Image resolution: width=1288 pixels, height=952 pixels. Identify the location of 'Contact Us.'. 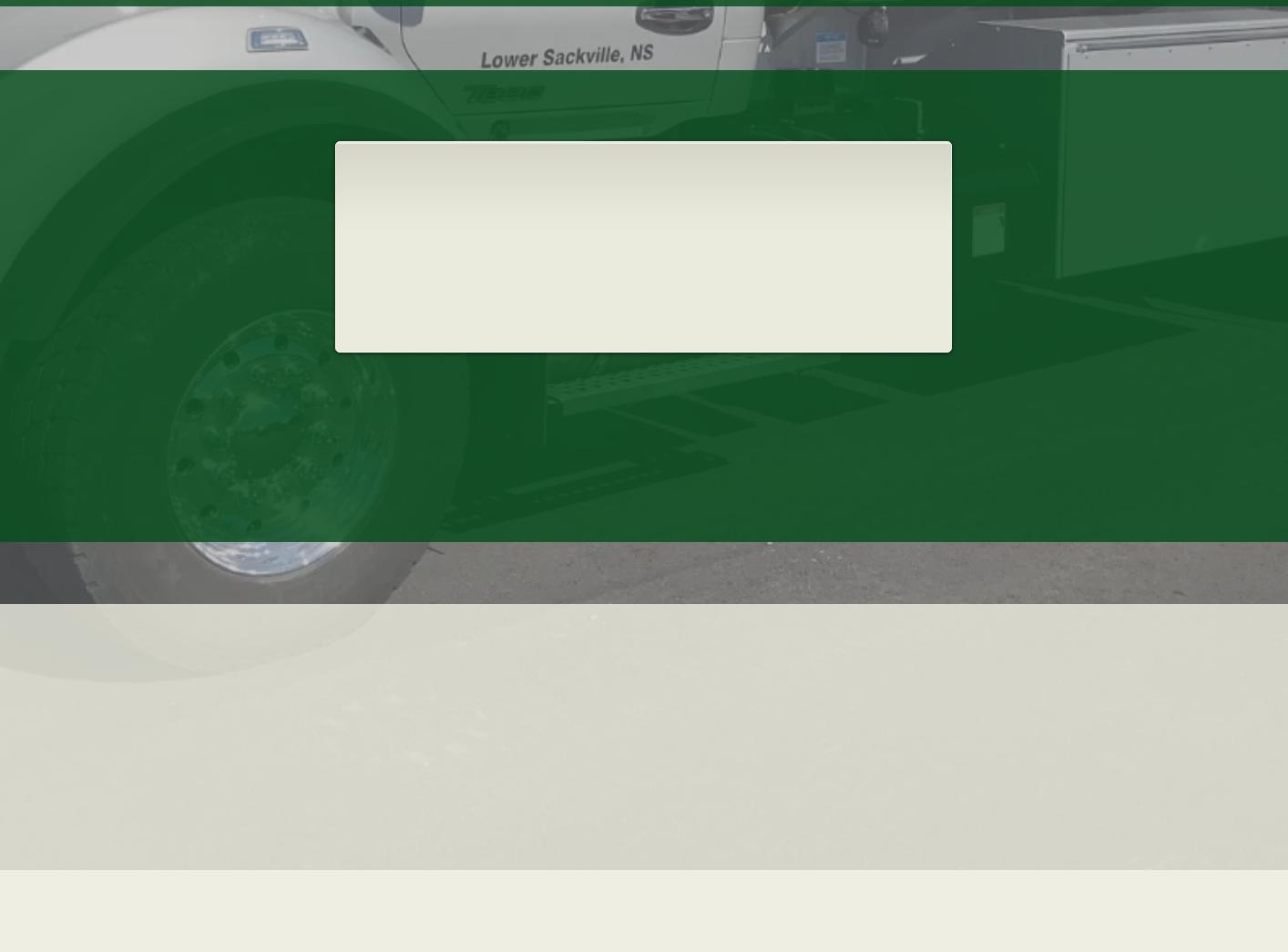
(763, 496).